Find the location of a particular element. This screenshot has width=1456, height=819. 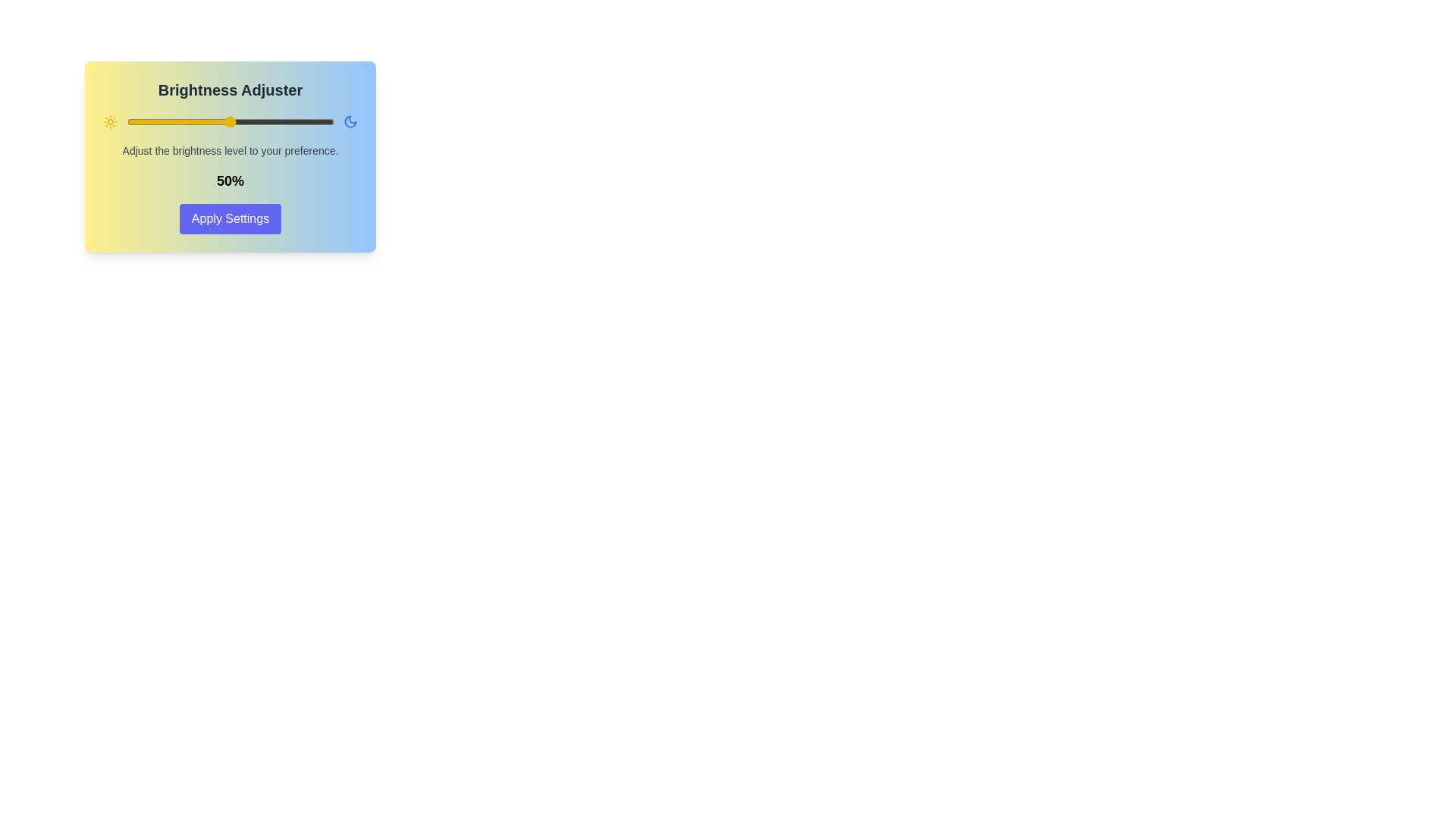

the brightness slider to 15% is located at coordinates (158, 121).